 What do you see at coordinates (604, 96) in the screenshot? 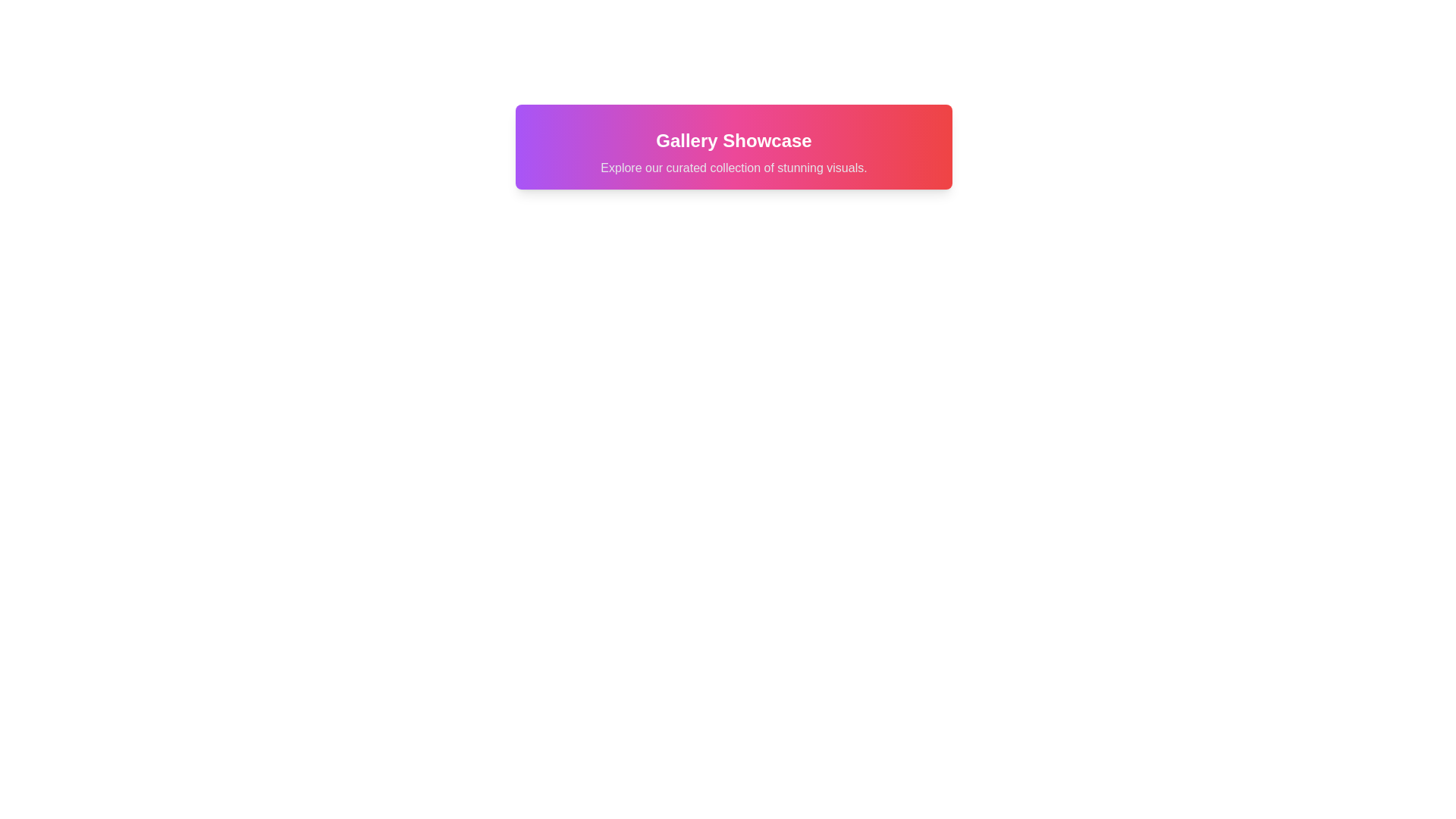
I see `the heart-shaped SVG graphic element that symbolizes a 'like' or 'favorite' action, located above the 'Gallery Showcase' text` at bounding box center [604, 96].